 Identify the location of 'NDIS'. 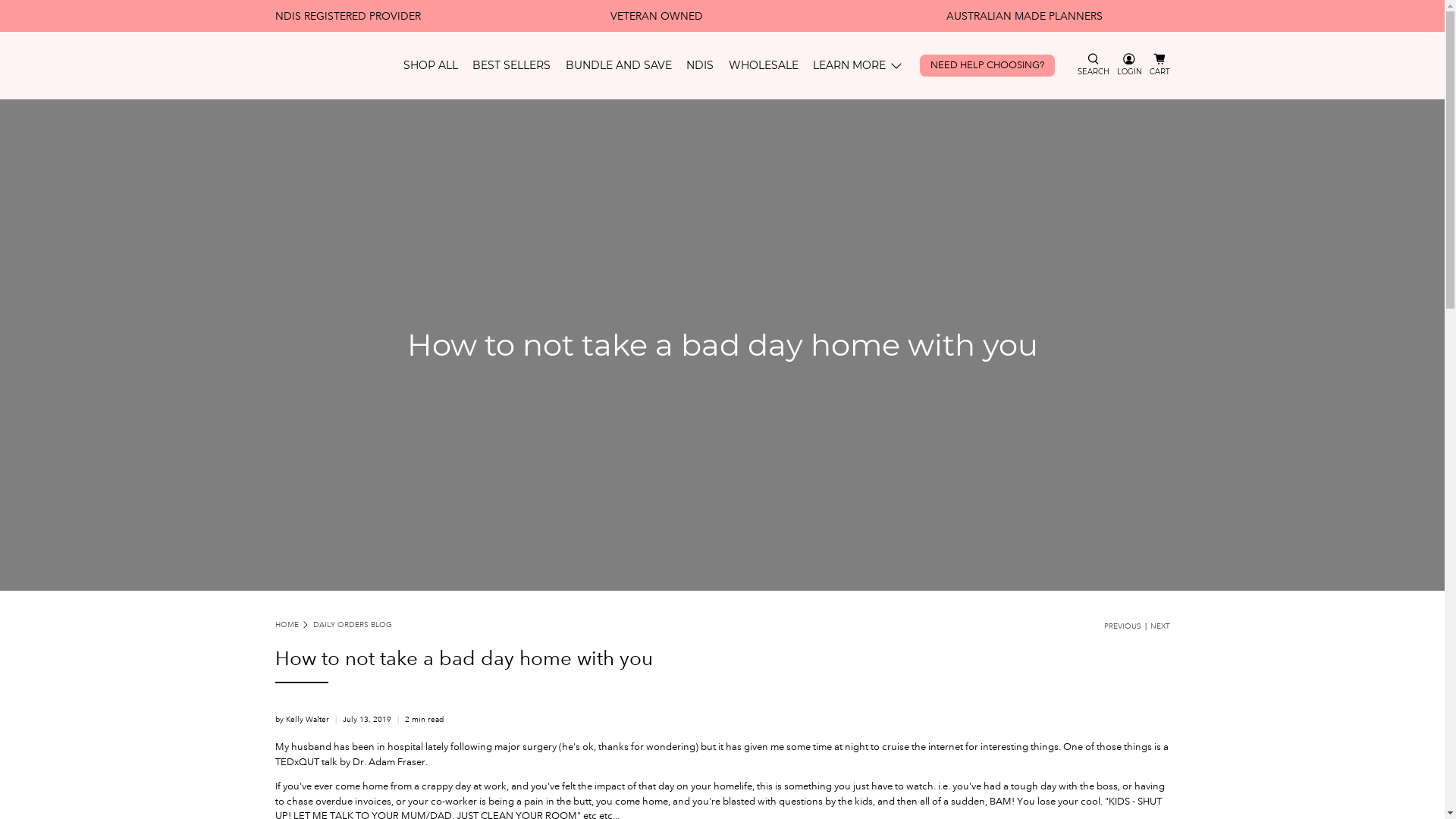
(698, 64).